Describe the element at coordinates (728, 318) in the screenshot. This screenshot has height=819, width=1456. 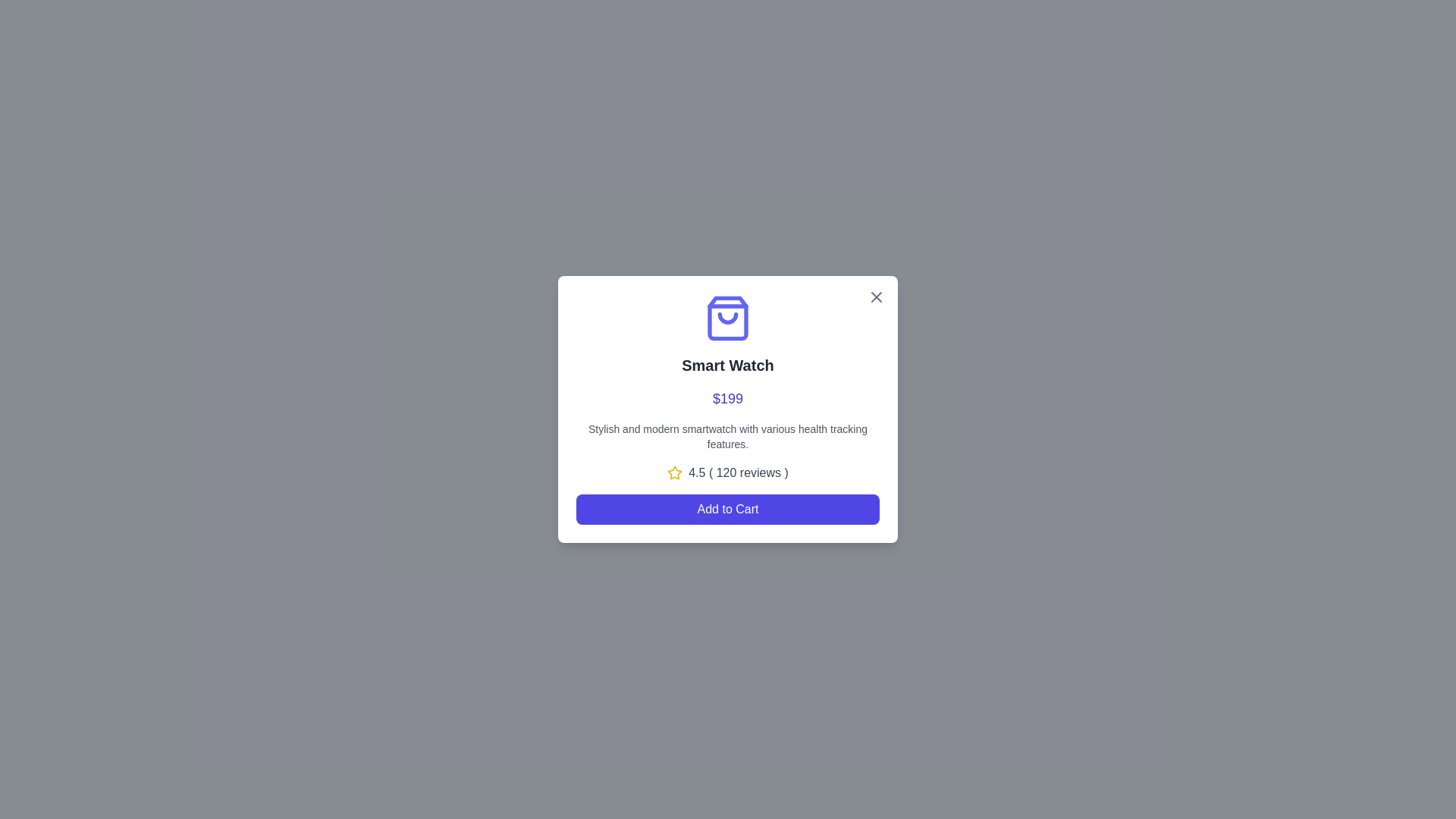
I see `the shopping bag icon with a smiling face in a purple color scheme, located centrally above the title 'Smart Watch.'` at that location.